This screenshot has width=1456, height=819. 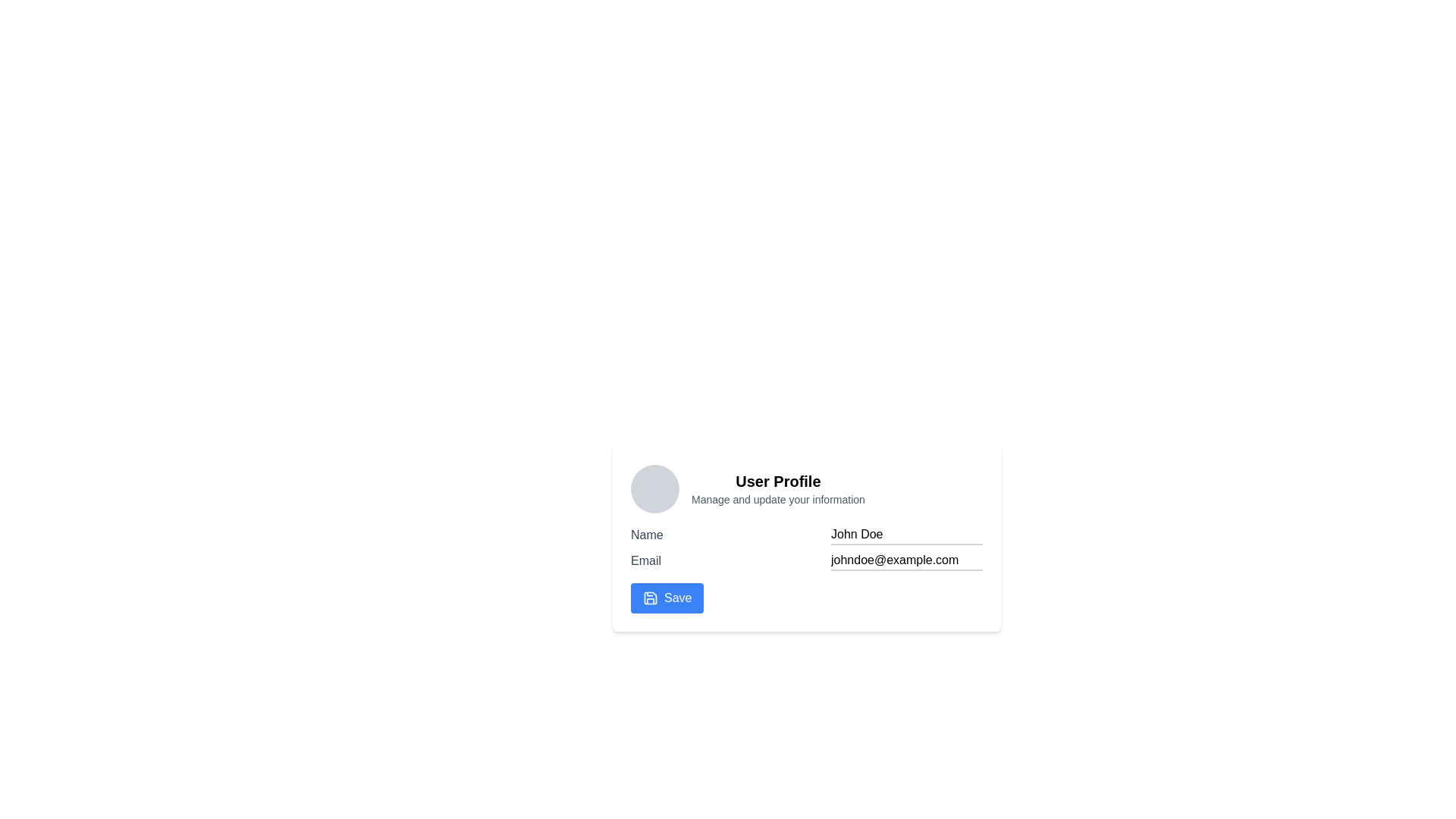 I want to click on the static text element that provides additional descriptive context about the 'User Profile' section, which is located directly below the 'User Profile' sibling element, so click(x=778, y=500).